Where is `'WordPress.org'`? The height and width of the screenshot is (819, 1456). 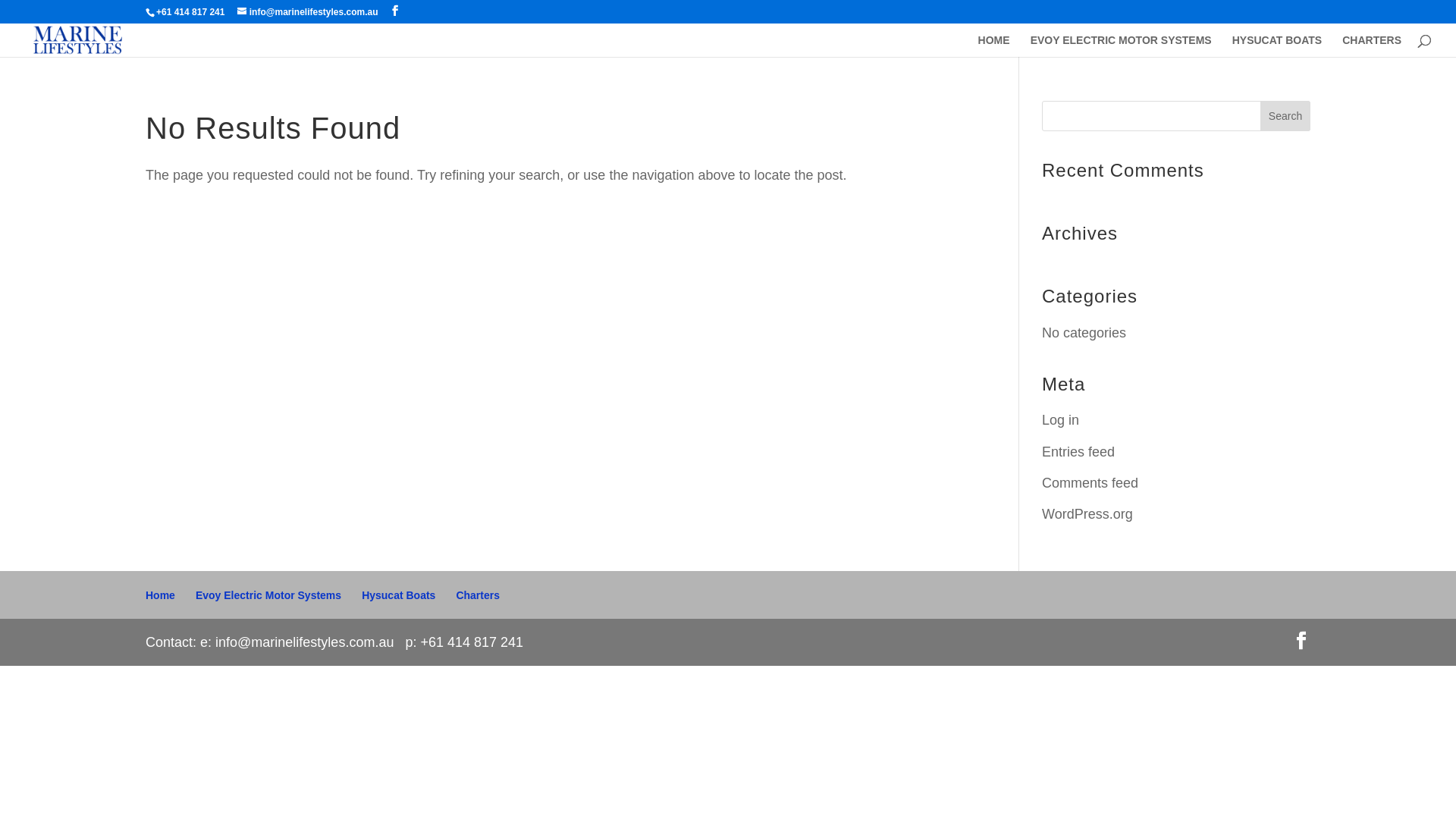
'WordPress.org' is located at coordinates (1087, 513).